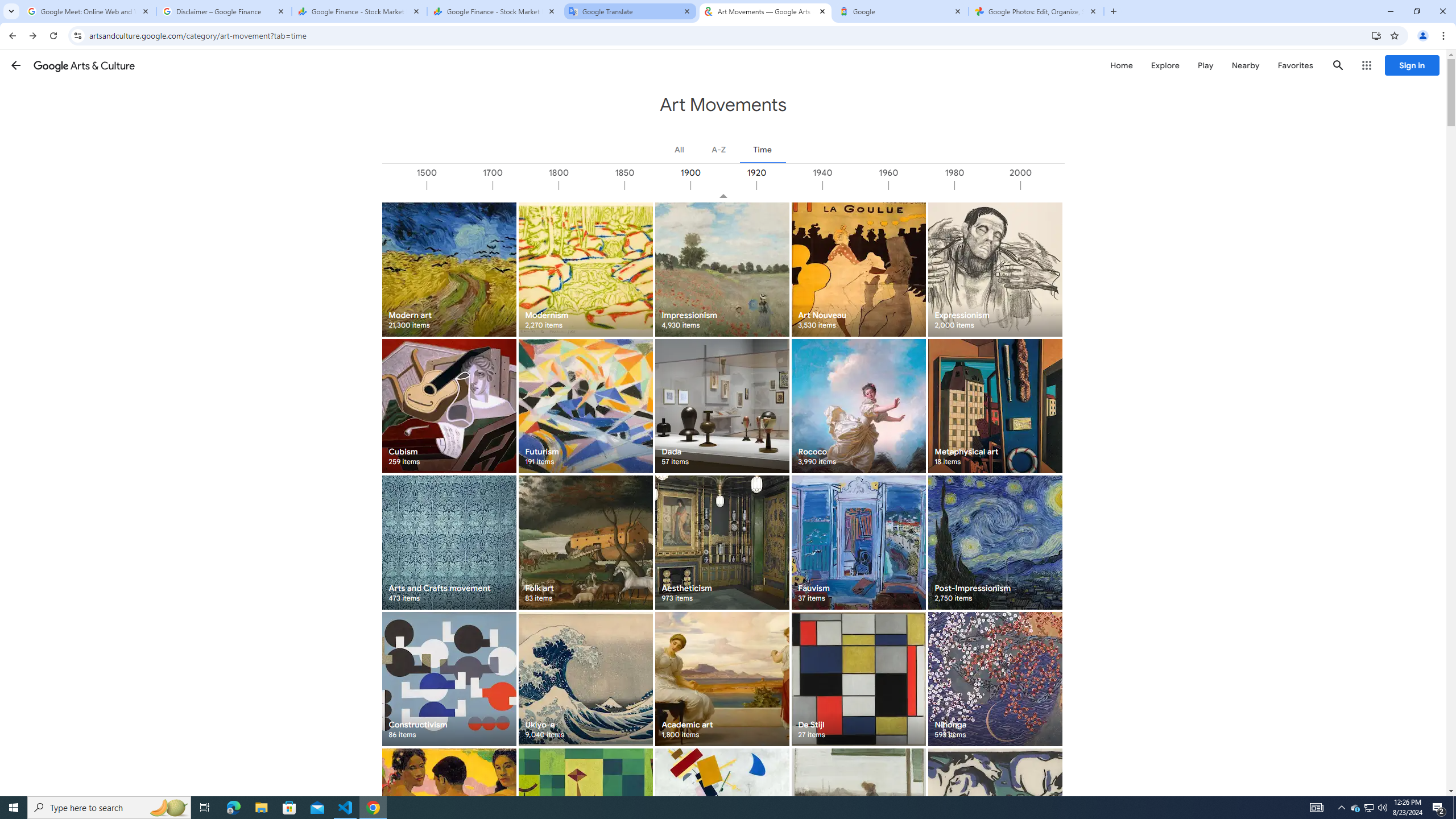  What do you see at coordinates (721, 815) in the screenshot?
I see `'Suprematism 212 items'` at bounding box center [721, 815].